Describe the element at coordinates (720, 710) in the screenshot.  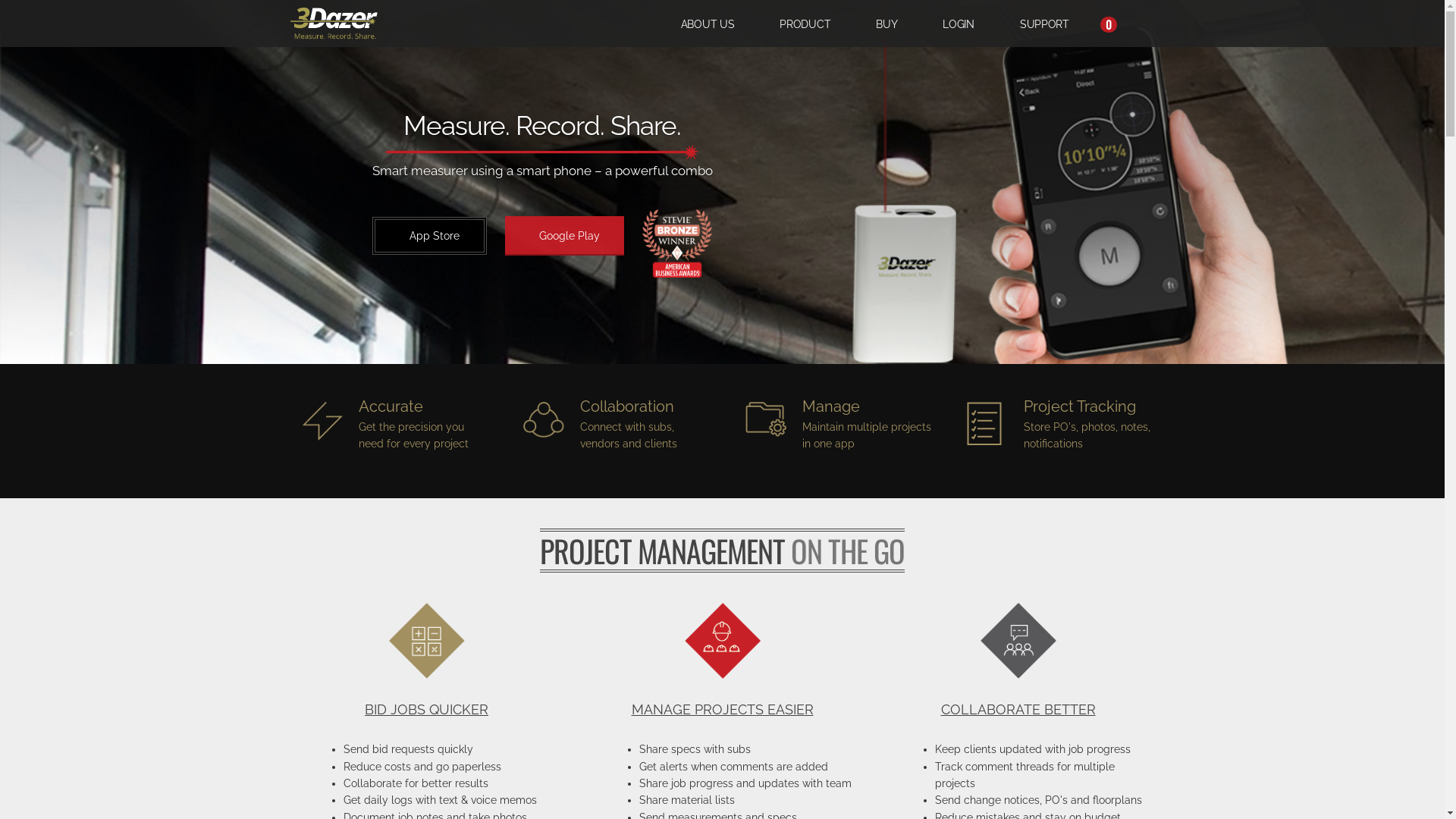
I see `'MANAGE PROJECTS EASIER'` at that location.